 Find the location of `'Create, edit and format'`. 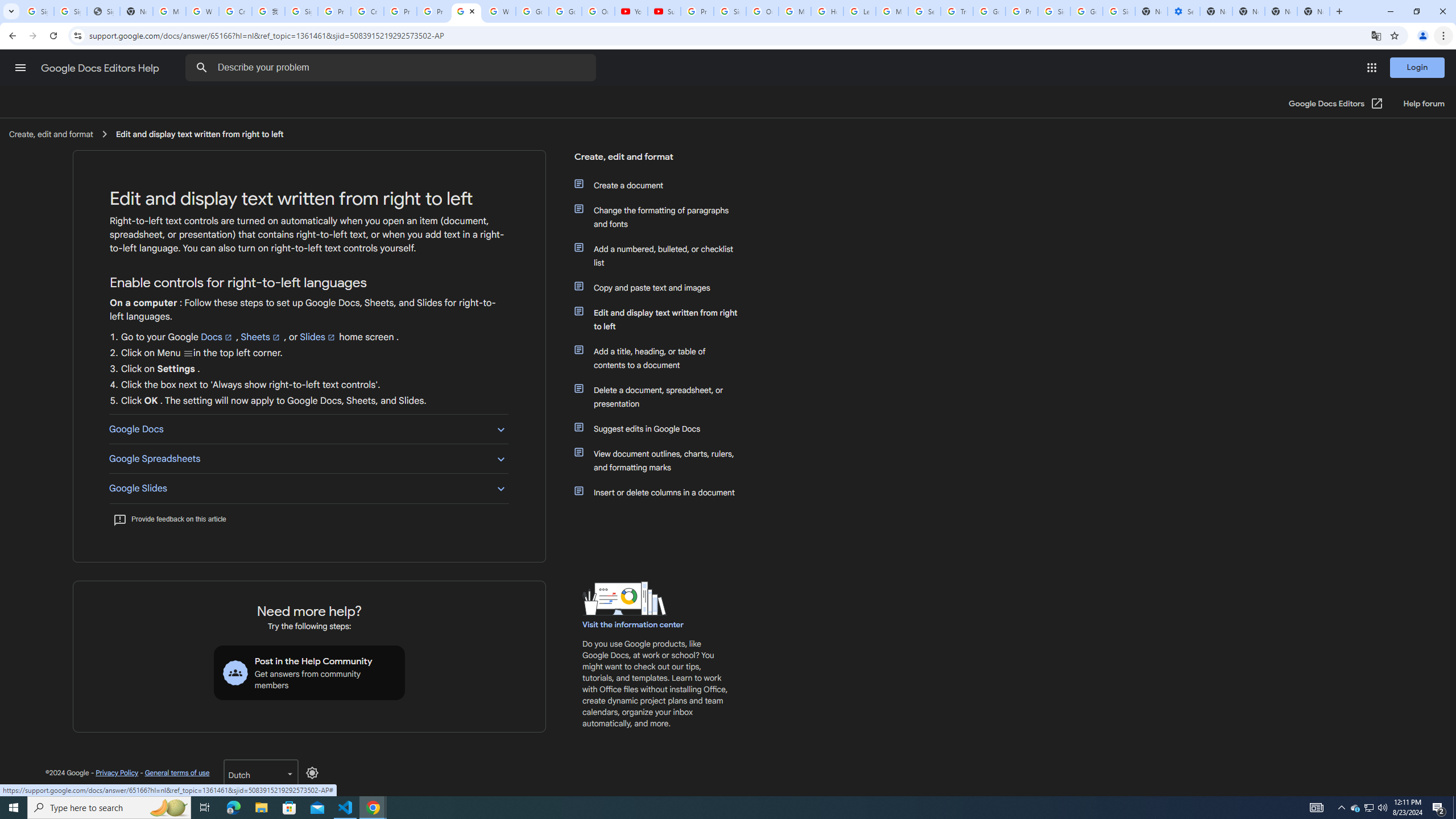

'Create, edit and format' is located at coordinates (656, 161).